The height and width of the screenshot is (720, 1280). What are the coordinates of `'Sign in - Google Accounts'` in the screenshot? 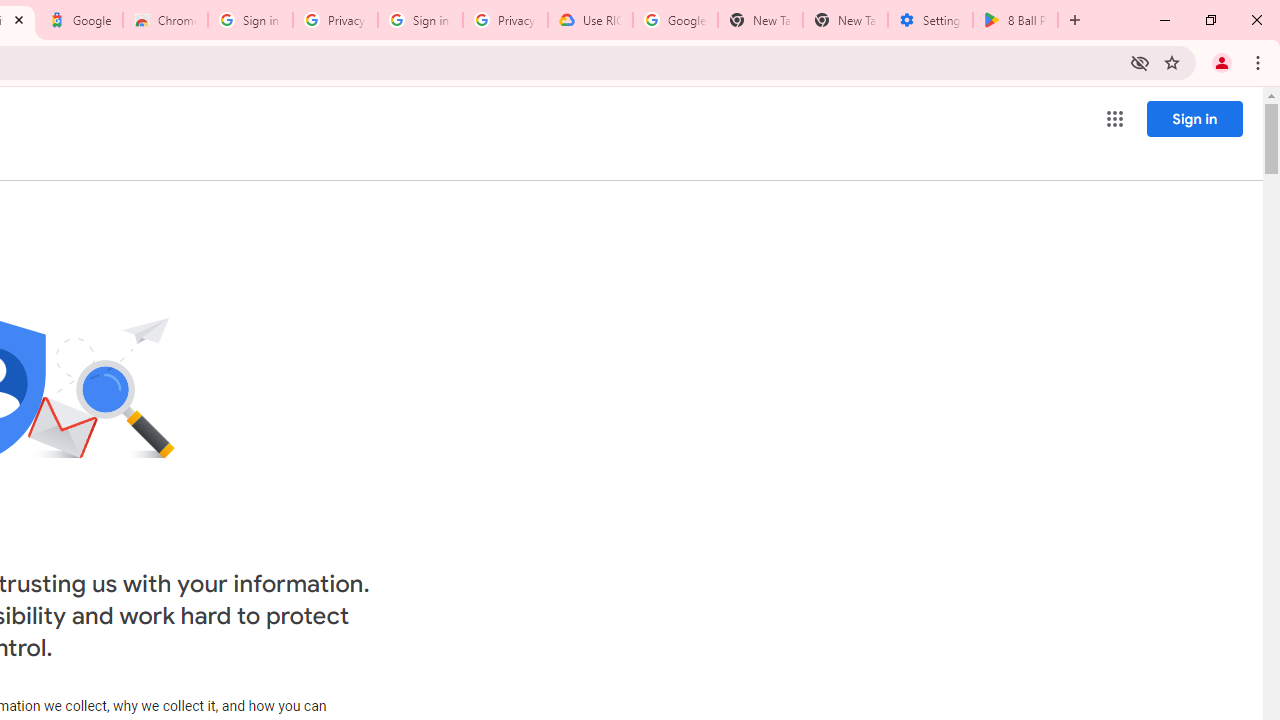 It's located at (249, 20).